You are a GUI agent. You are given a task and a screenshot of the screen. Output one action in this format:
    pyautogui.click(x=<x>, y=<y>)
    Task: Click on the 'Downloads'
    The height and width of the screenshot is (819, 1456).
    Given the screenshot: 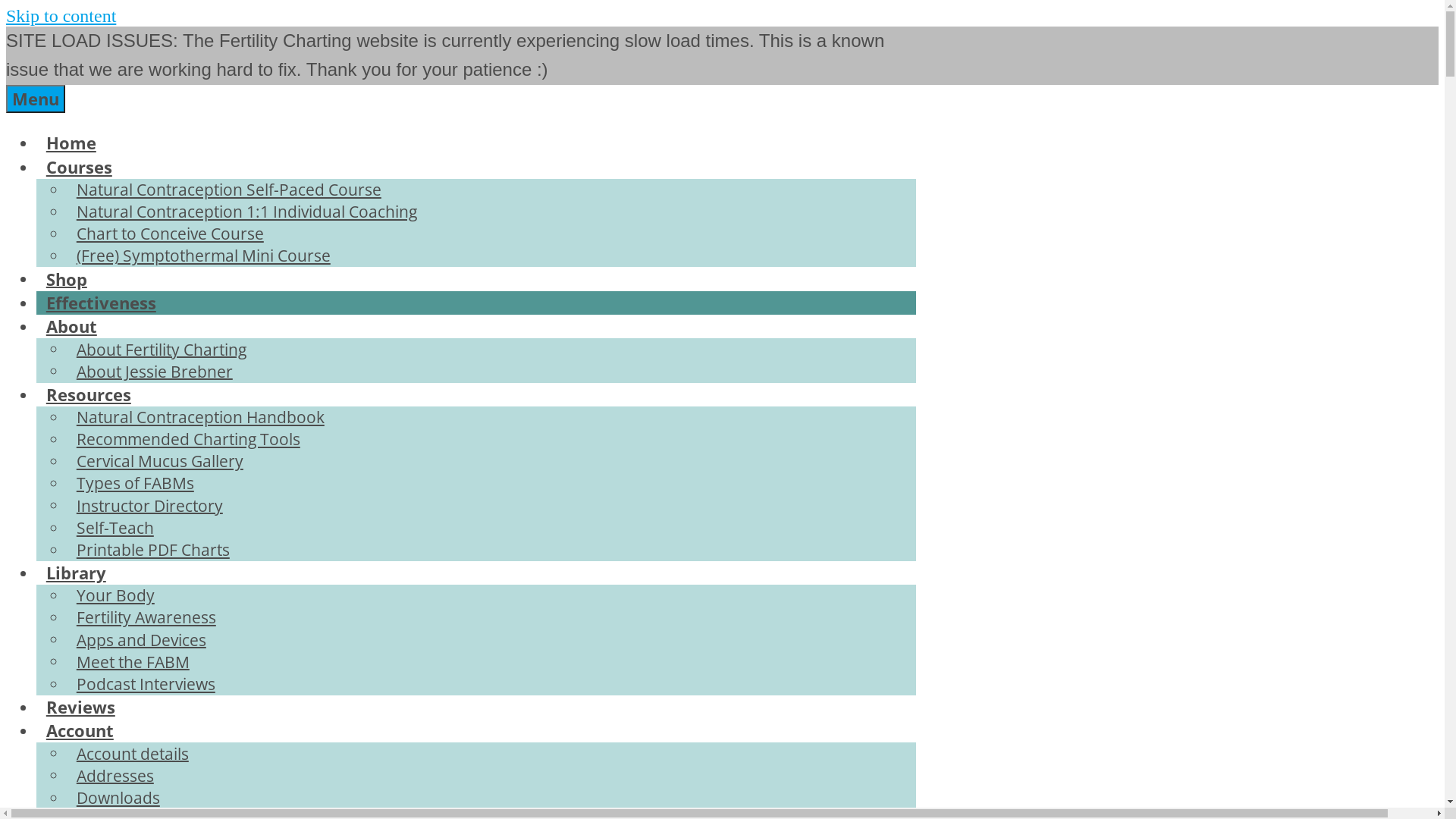 What is the action you would take?
    pyautogui.click(x=118, y=797)
    